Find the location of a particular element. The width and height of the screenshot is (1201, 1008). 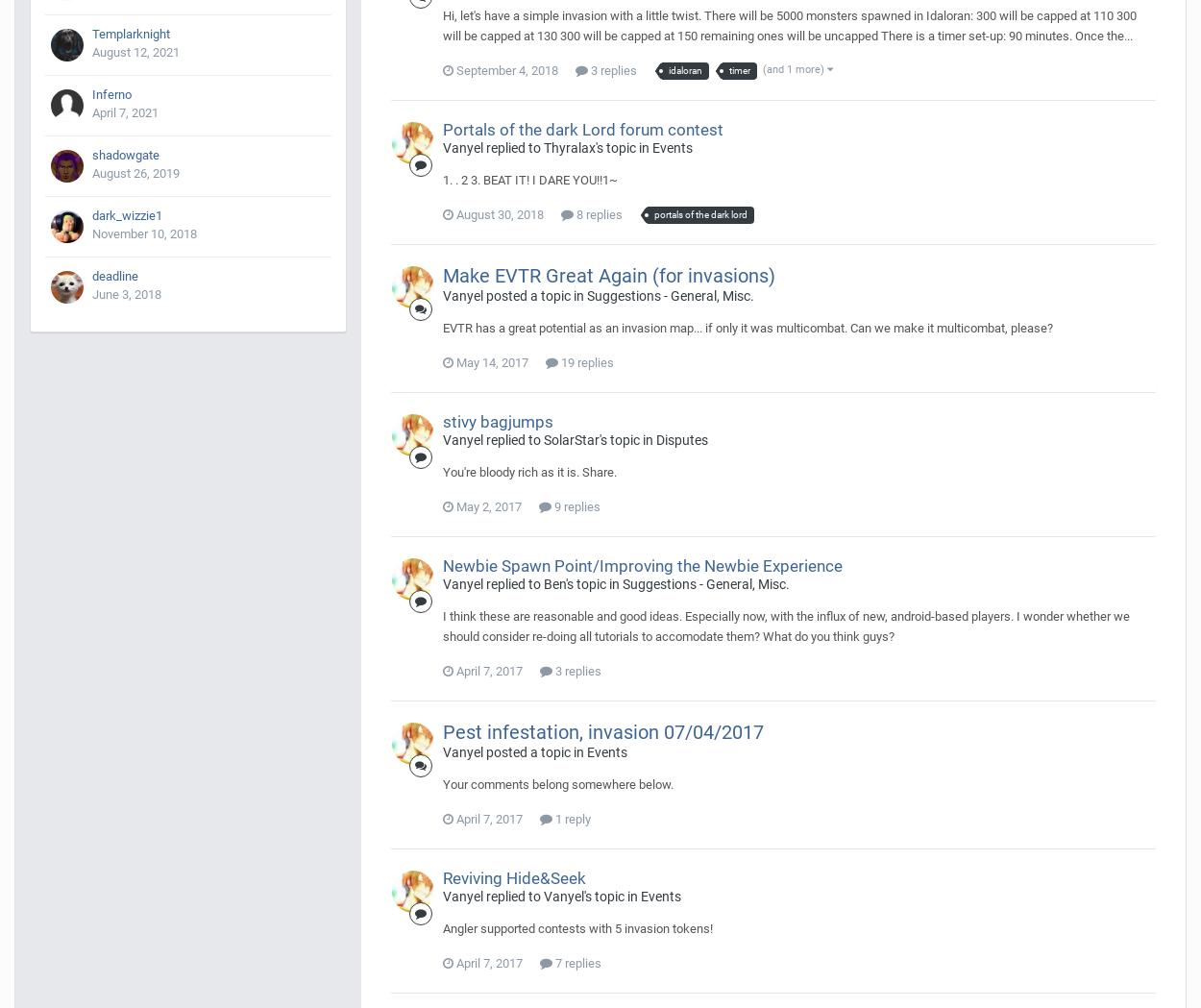

'1 reply' is located at coordinates (571, 818).